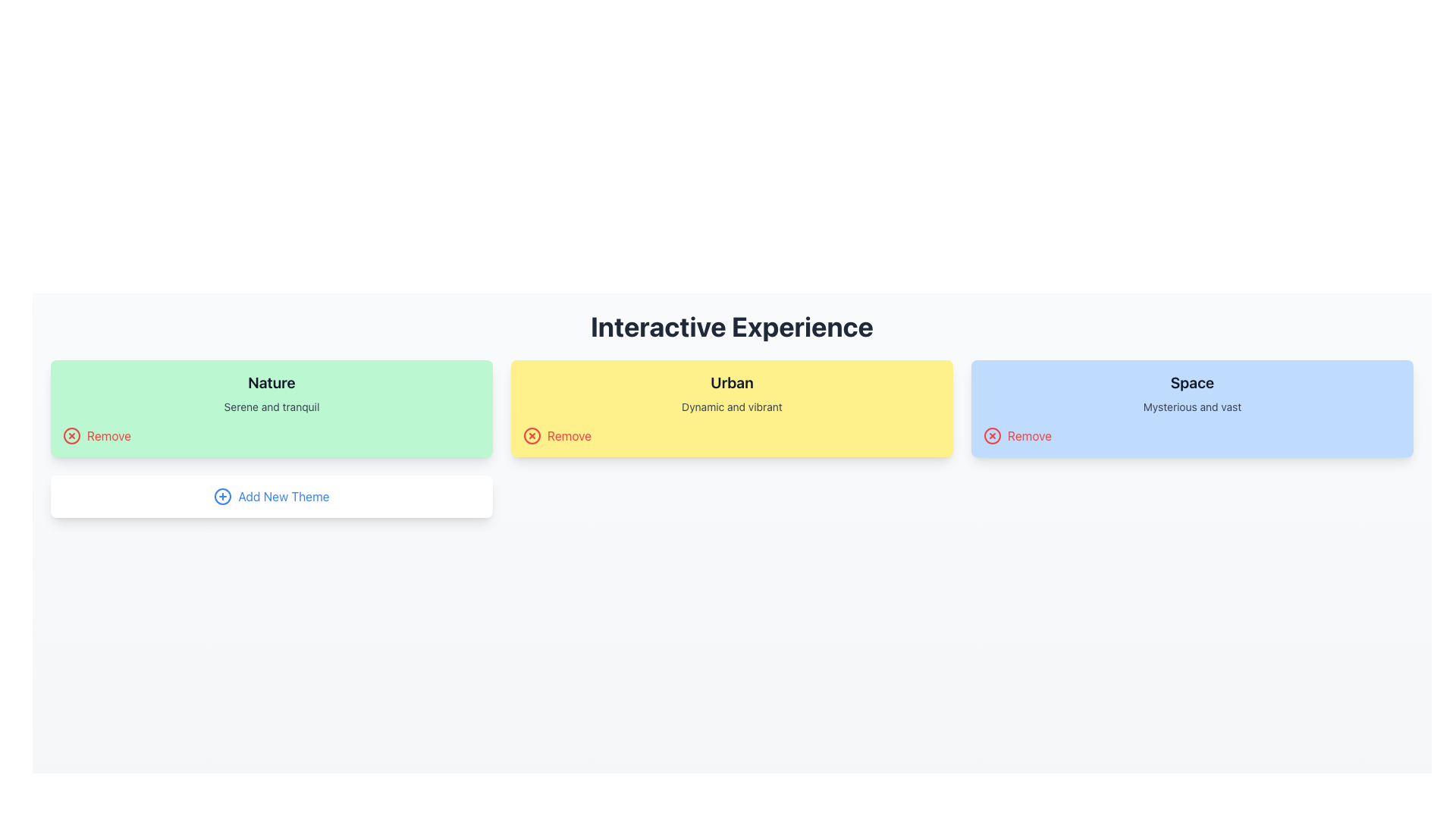 Image resolution: width=1456 pixels, height=819 pixels. What do you see at coordinates (732, 326) in the screenshot?
I see `the heading text element that organizes the page and provides context for the content below, located at the top center of the view` at bounding box center [732, 326].